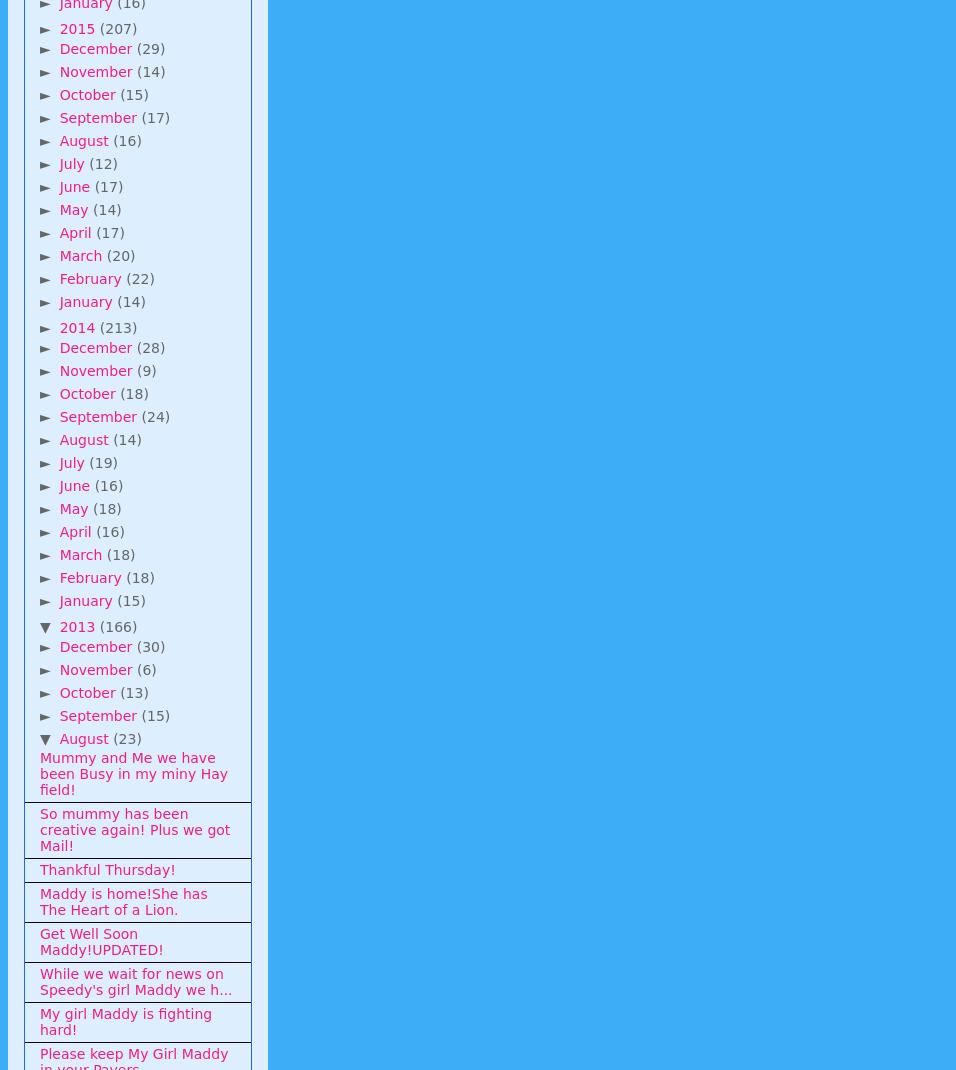  What do you see at coordinates (77, 27) in the screenshot?
I see `'2015'` at bounding box center [77, 27].